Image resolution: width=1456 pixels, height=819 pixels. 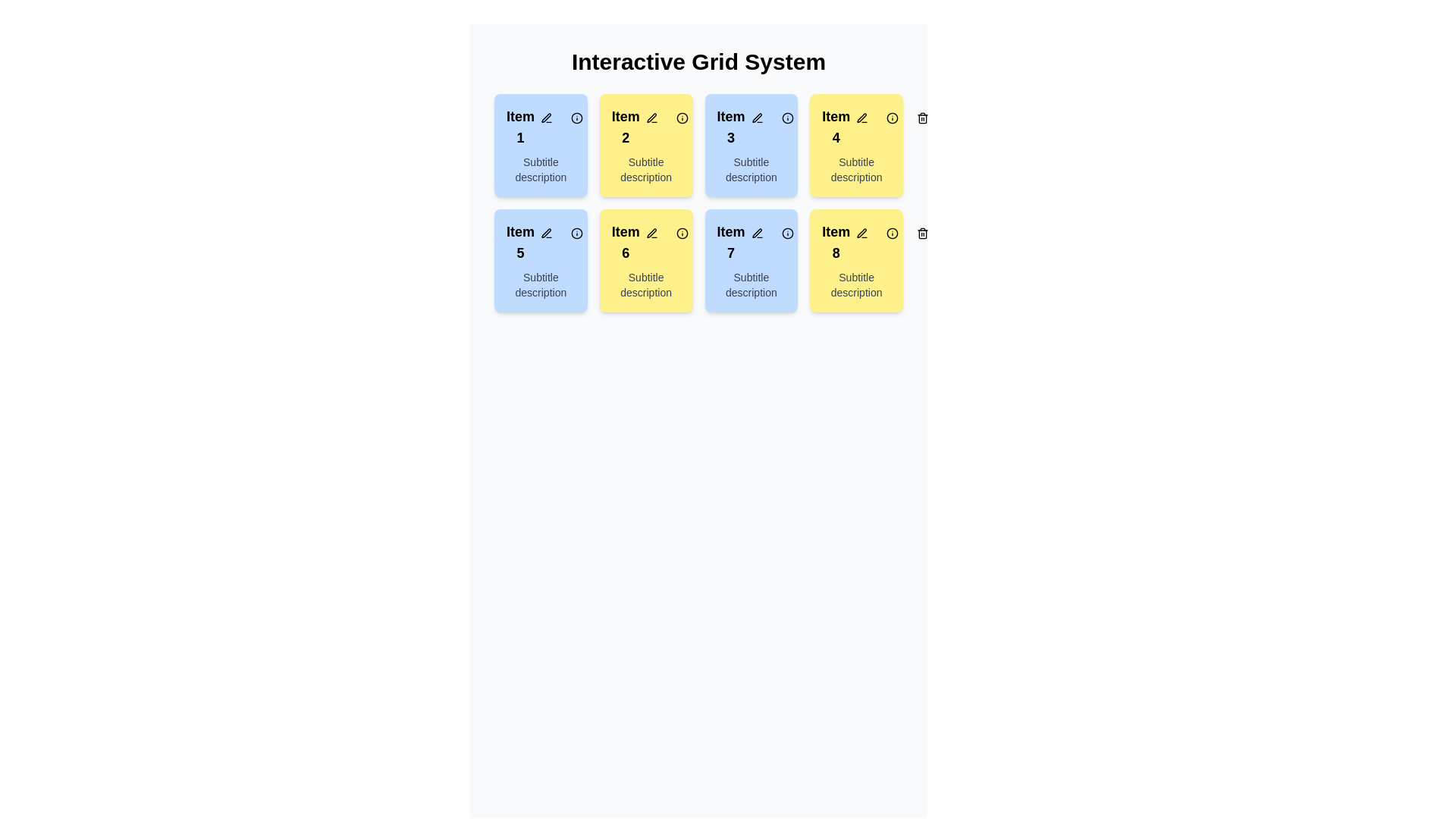 I want to click on the text label indicating 'Item 8', which serves as the title for the eighth card in a 4x2 grid layout, so click(x=835, y=242).